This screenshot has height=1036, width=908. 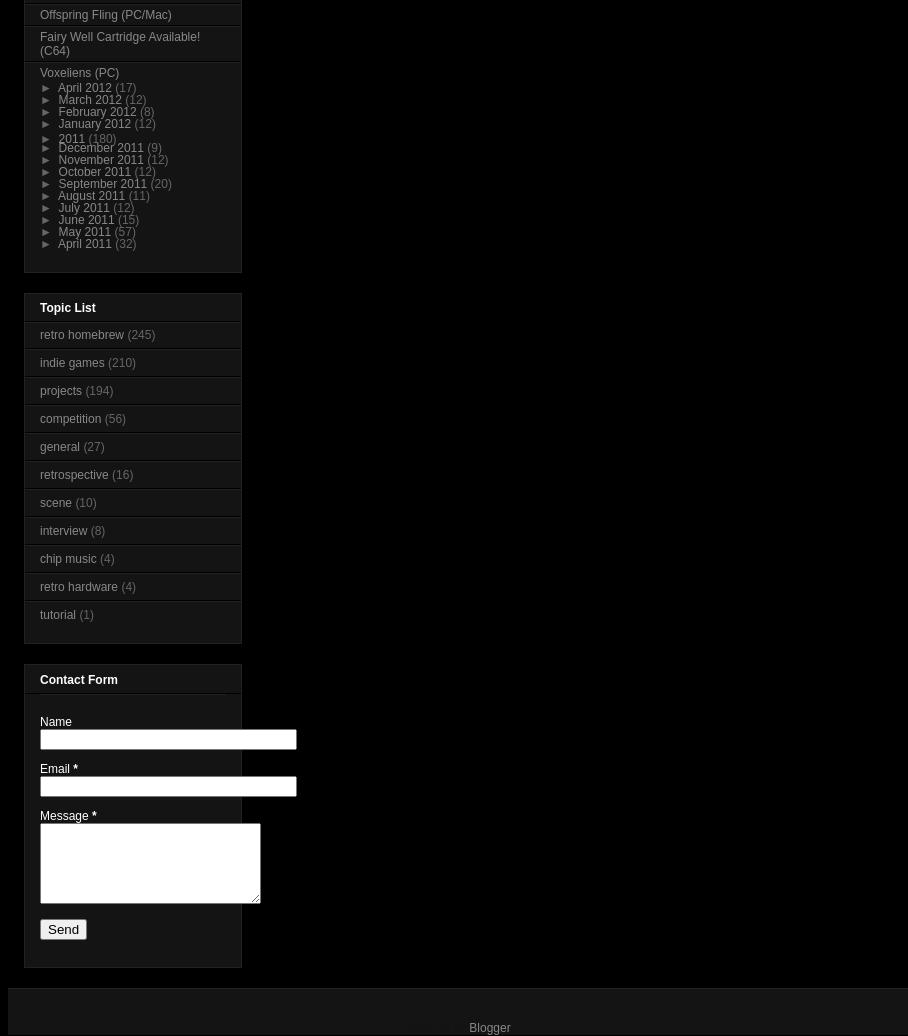 I want to click on 'Blogger', so click(x=488, y=1026).